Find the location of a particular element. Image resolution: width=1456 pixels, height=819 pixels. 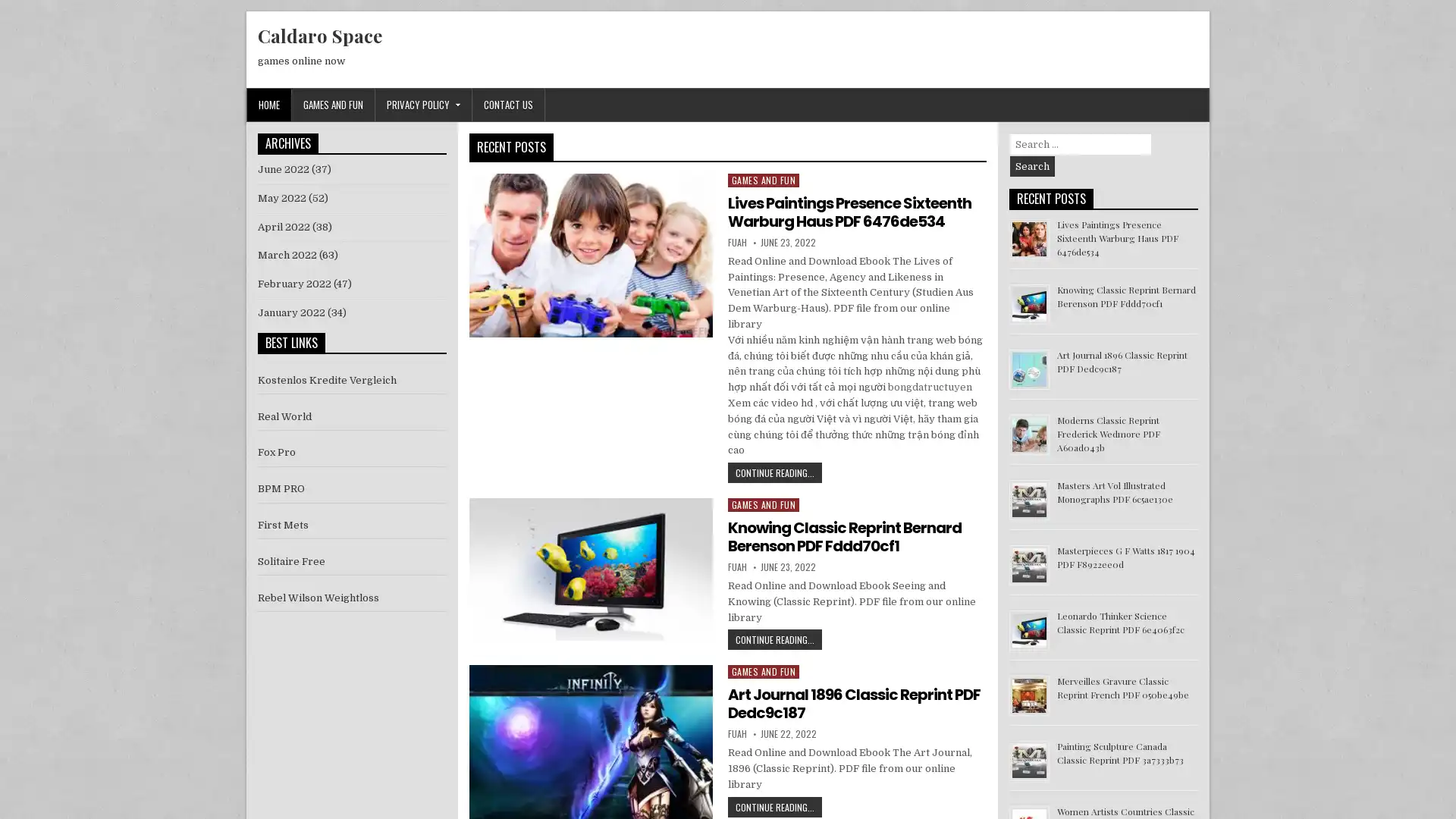

Search is located at coordinates (1031, 166).